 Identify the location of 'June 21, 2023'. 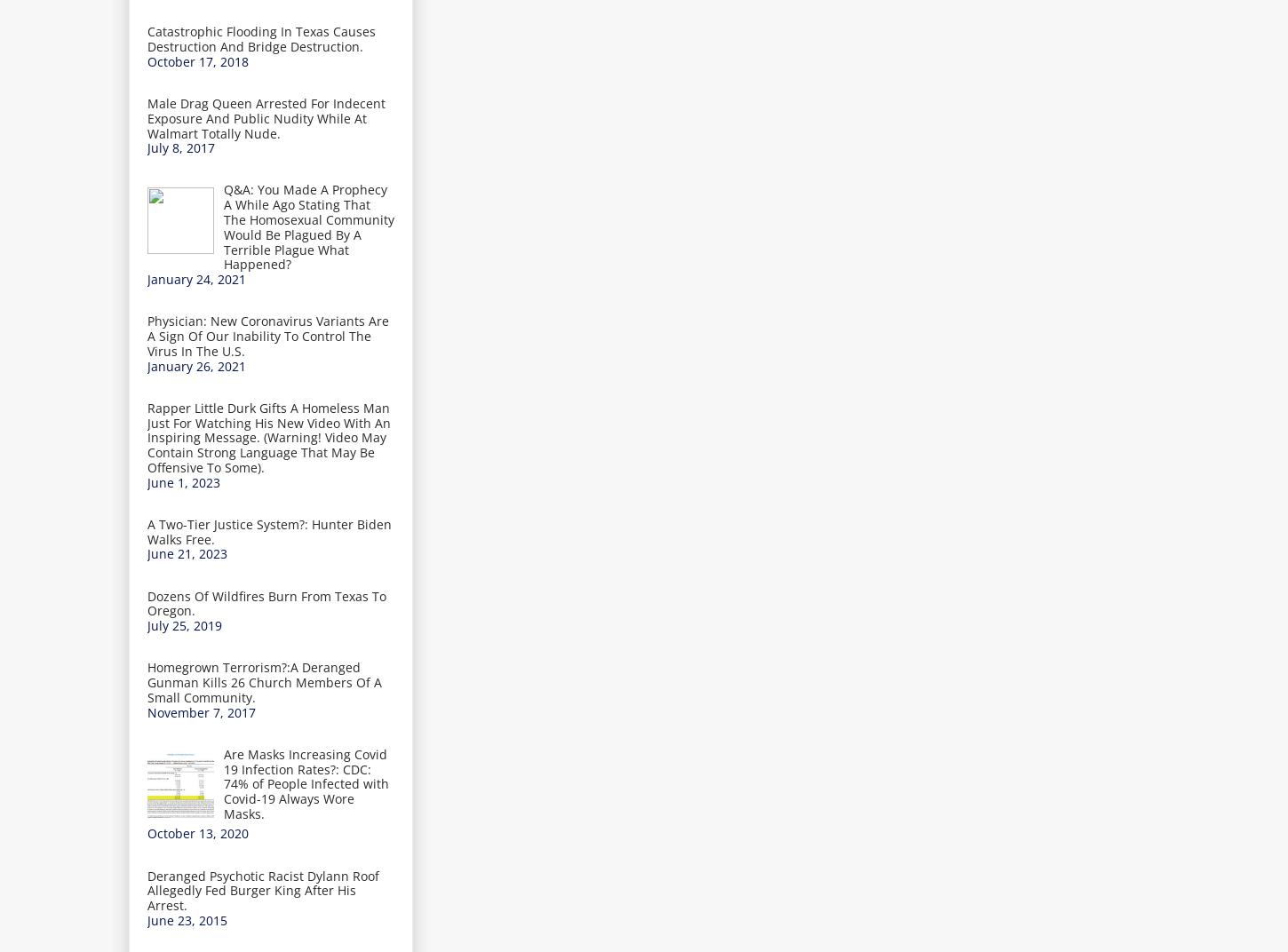
(186, 553).